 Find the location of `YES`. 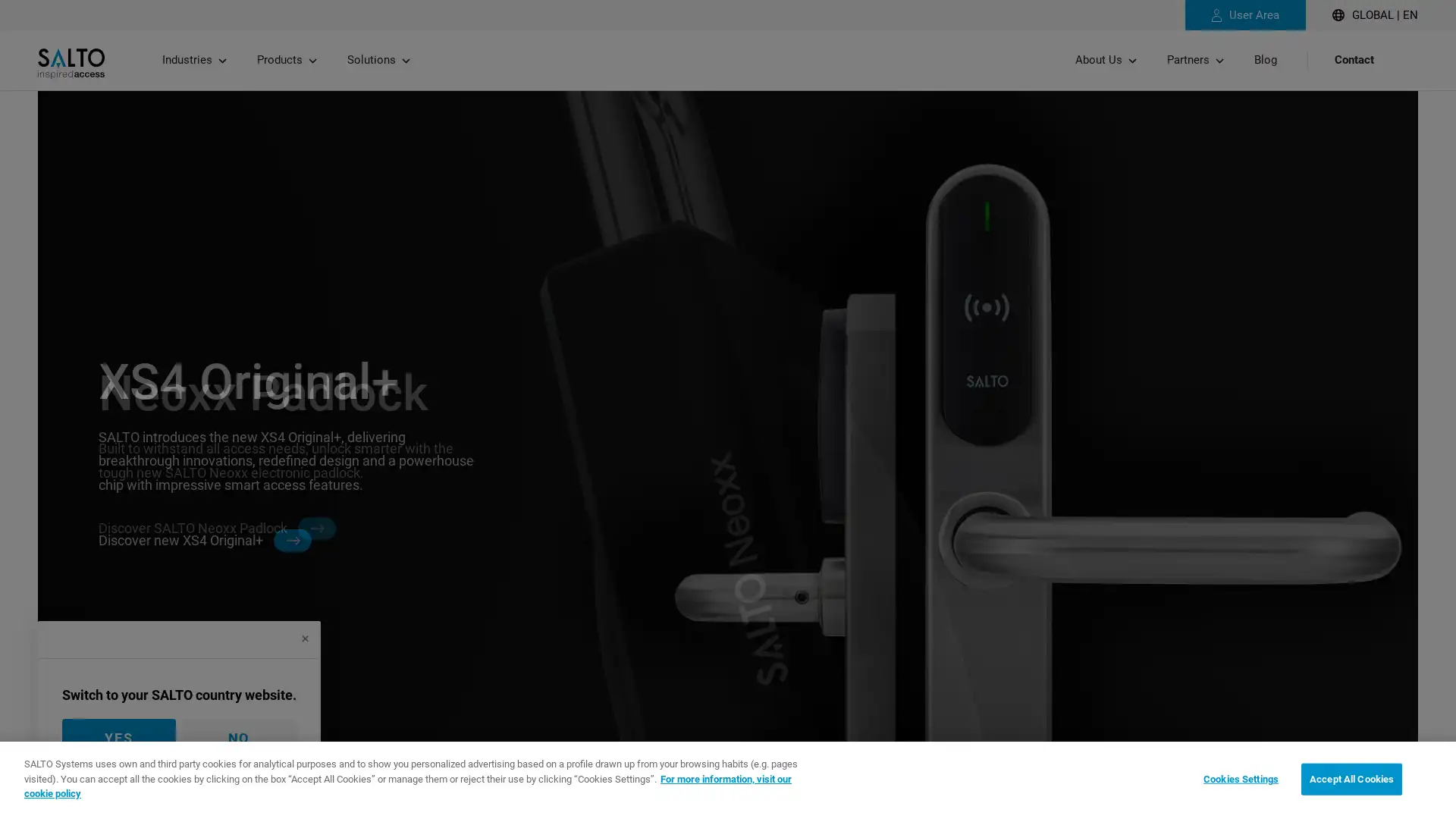

YES is located at coordinates (118, 736).